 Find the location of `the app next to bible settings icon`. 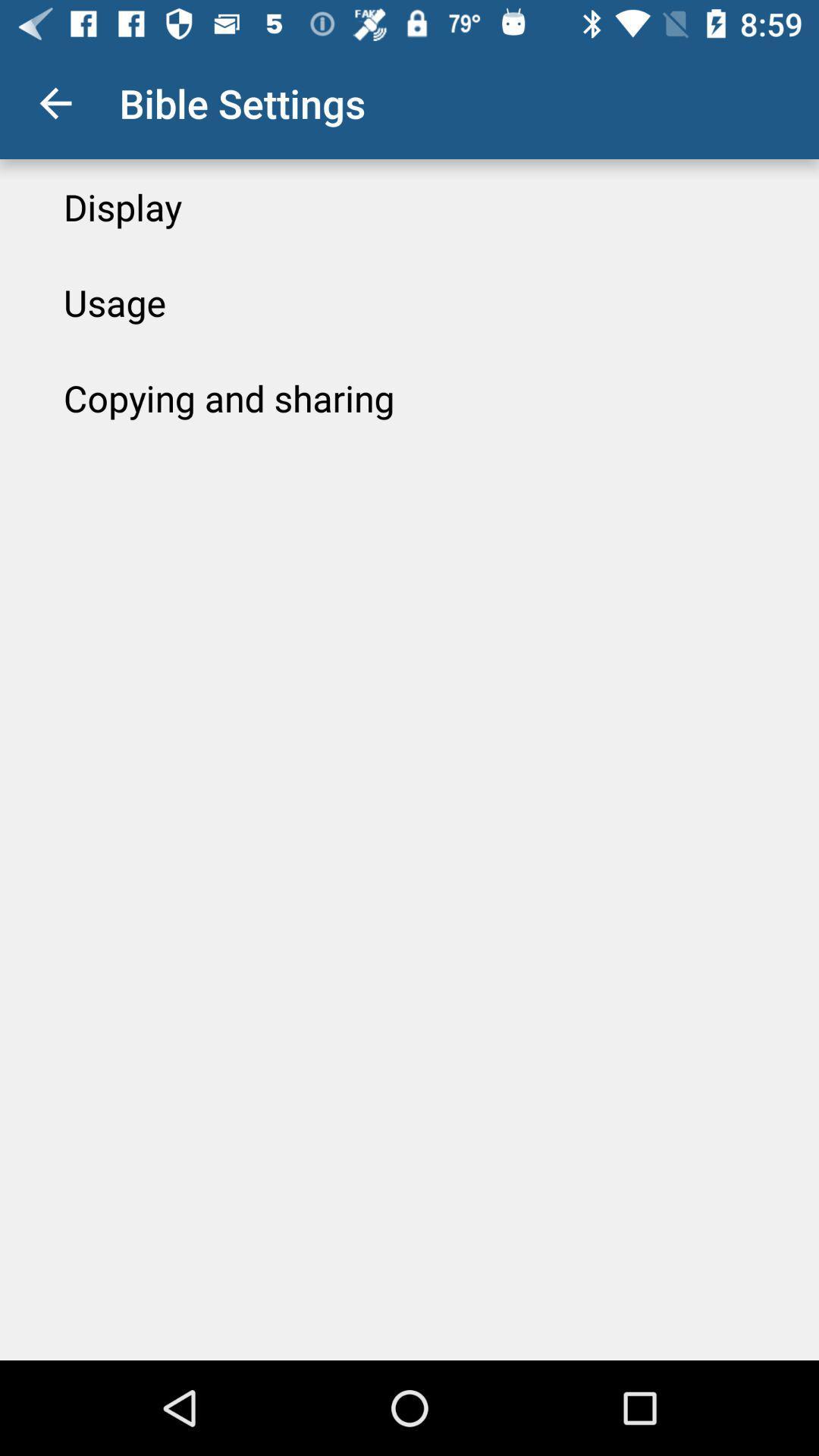

the app next to bible settings icon is located at coordinates (55, 102).